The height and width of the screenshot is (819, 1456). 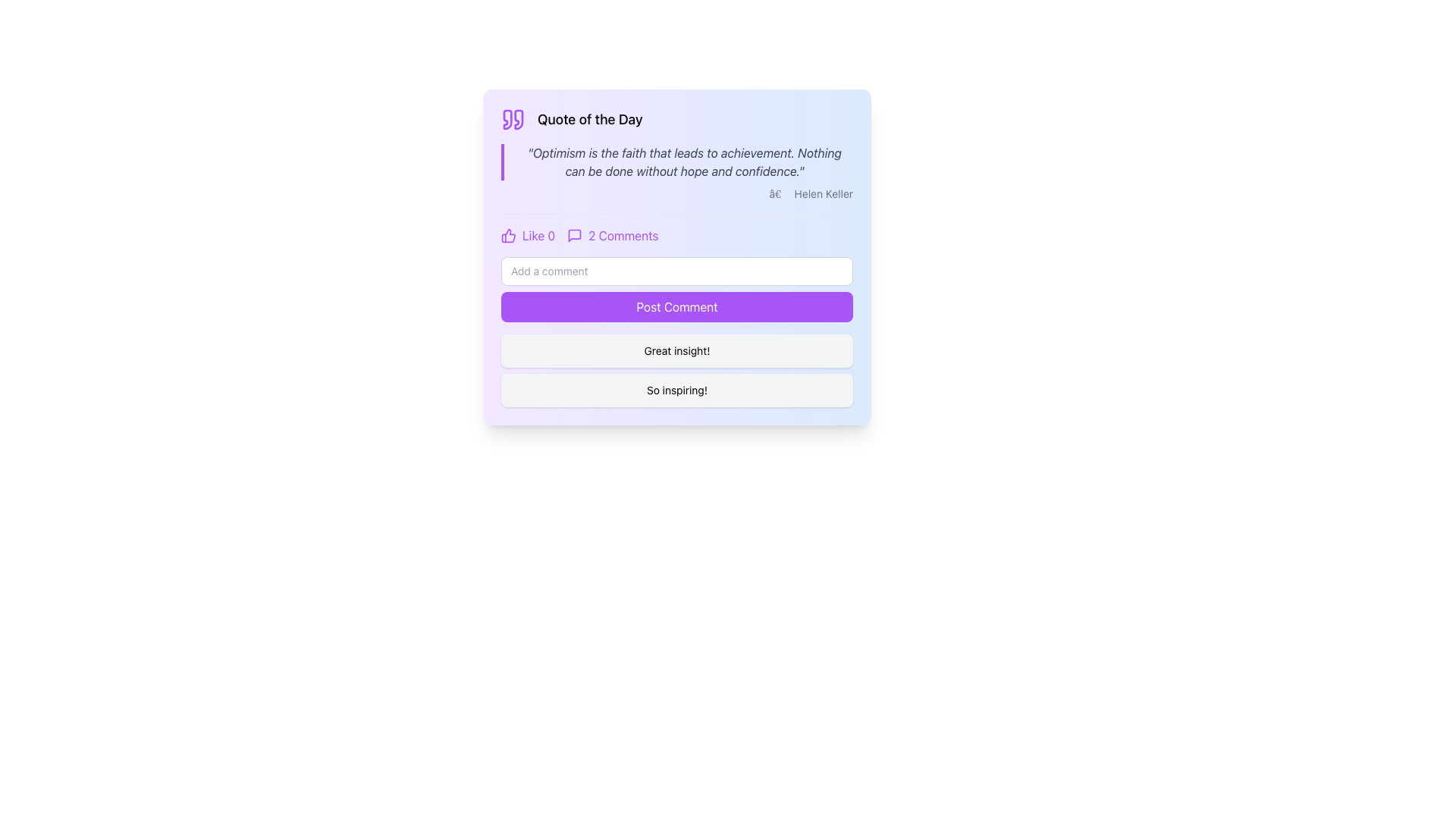 What do you see at coordinates (676, 350) in the screenshot?
I see `the first Text Display Box that displays a user comment or message, located above the message saying 'So inspiring!' and below the purple 'Post Comment' button` at bounding box center [676, 350].